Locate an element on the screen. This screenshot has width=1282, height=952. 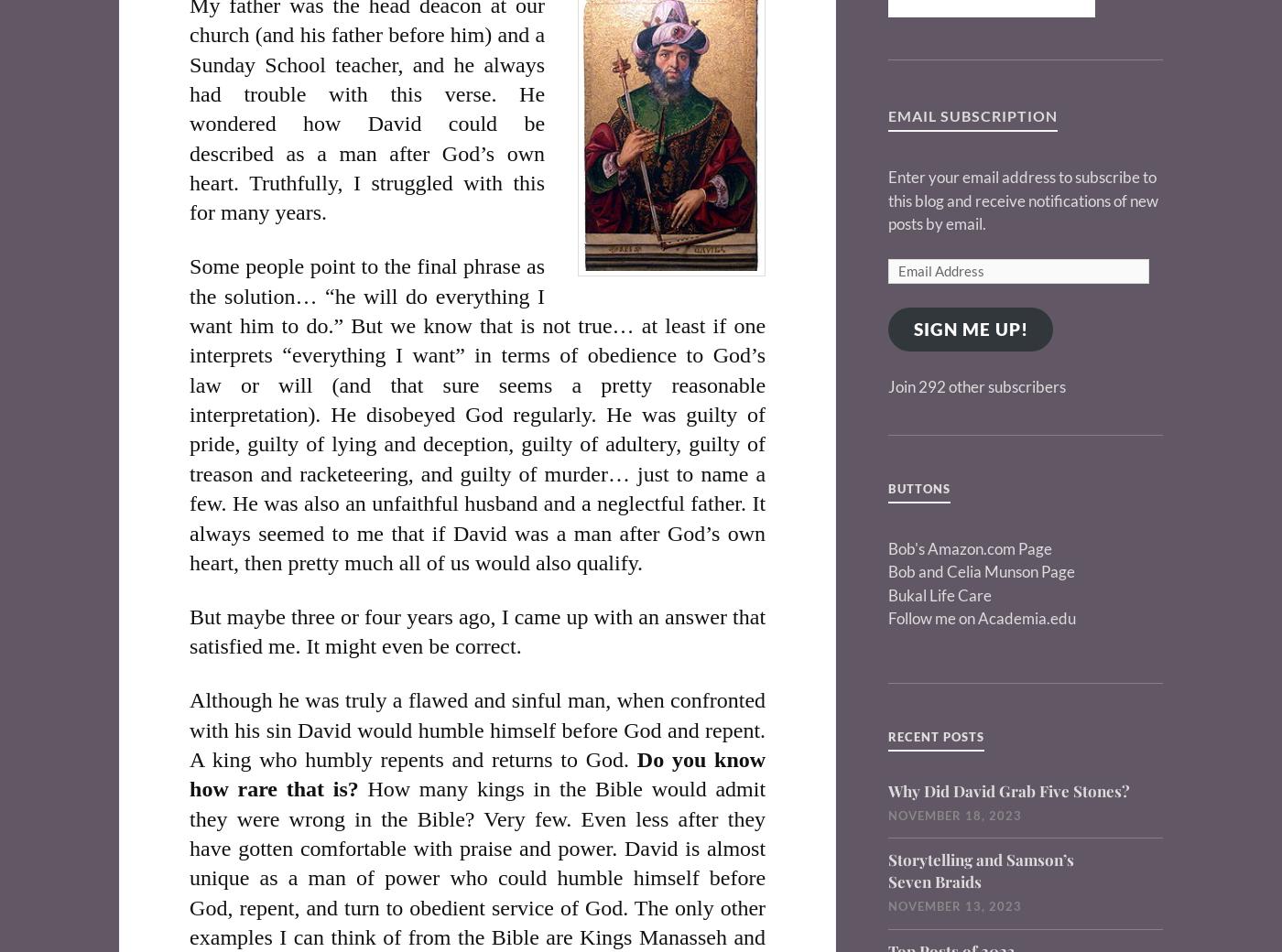
'Follow me on Academia.edu' is located at coordinates (982, 618).